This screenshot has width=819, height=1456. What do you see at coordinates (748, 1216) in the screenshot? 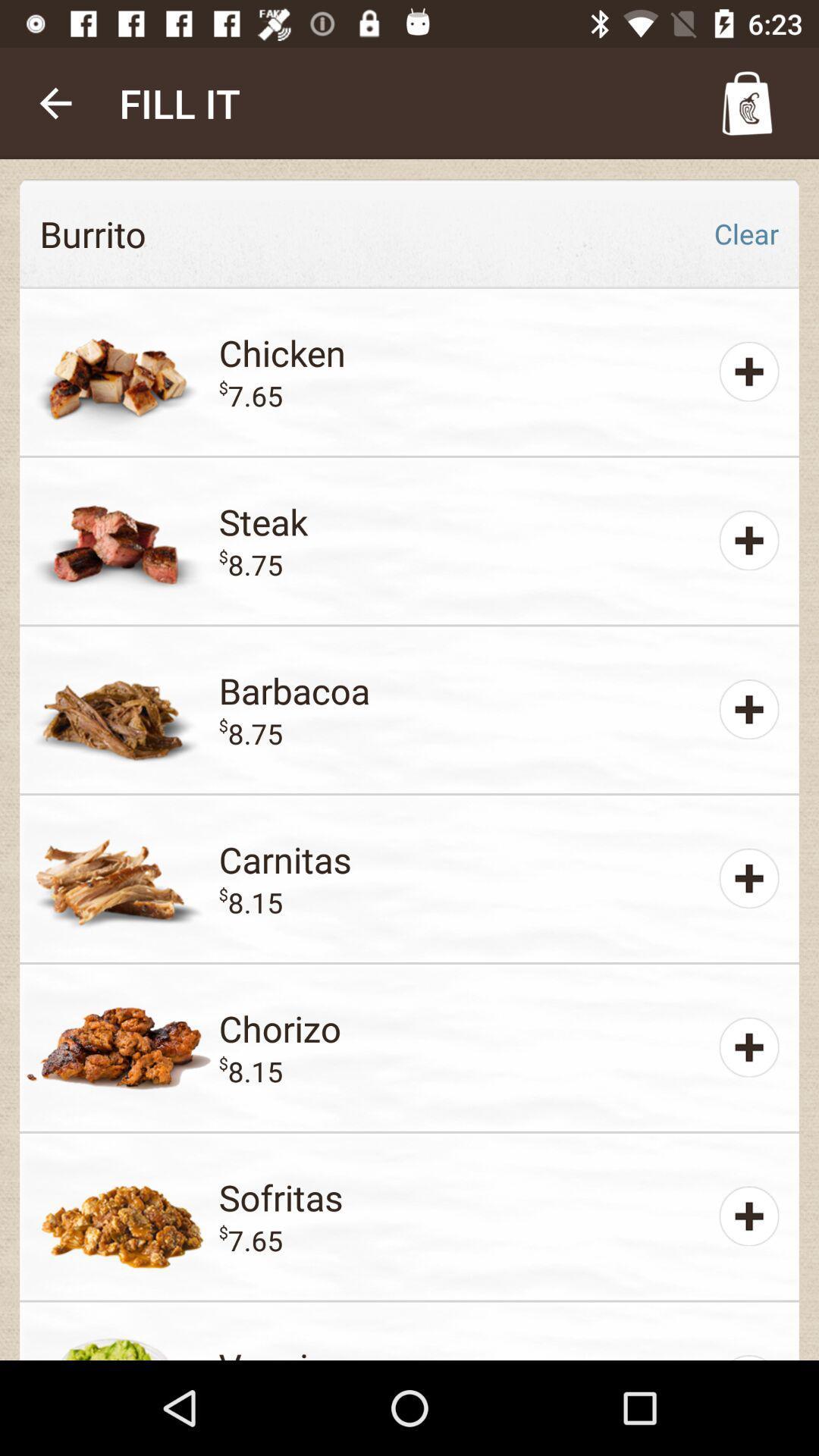
I see `plus button of last option under burrito` at bounding box center [748, 1216].